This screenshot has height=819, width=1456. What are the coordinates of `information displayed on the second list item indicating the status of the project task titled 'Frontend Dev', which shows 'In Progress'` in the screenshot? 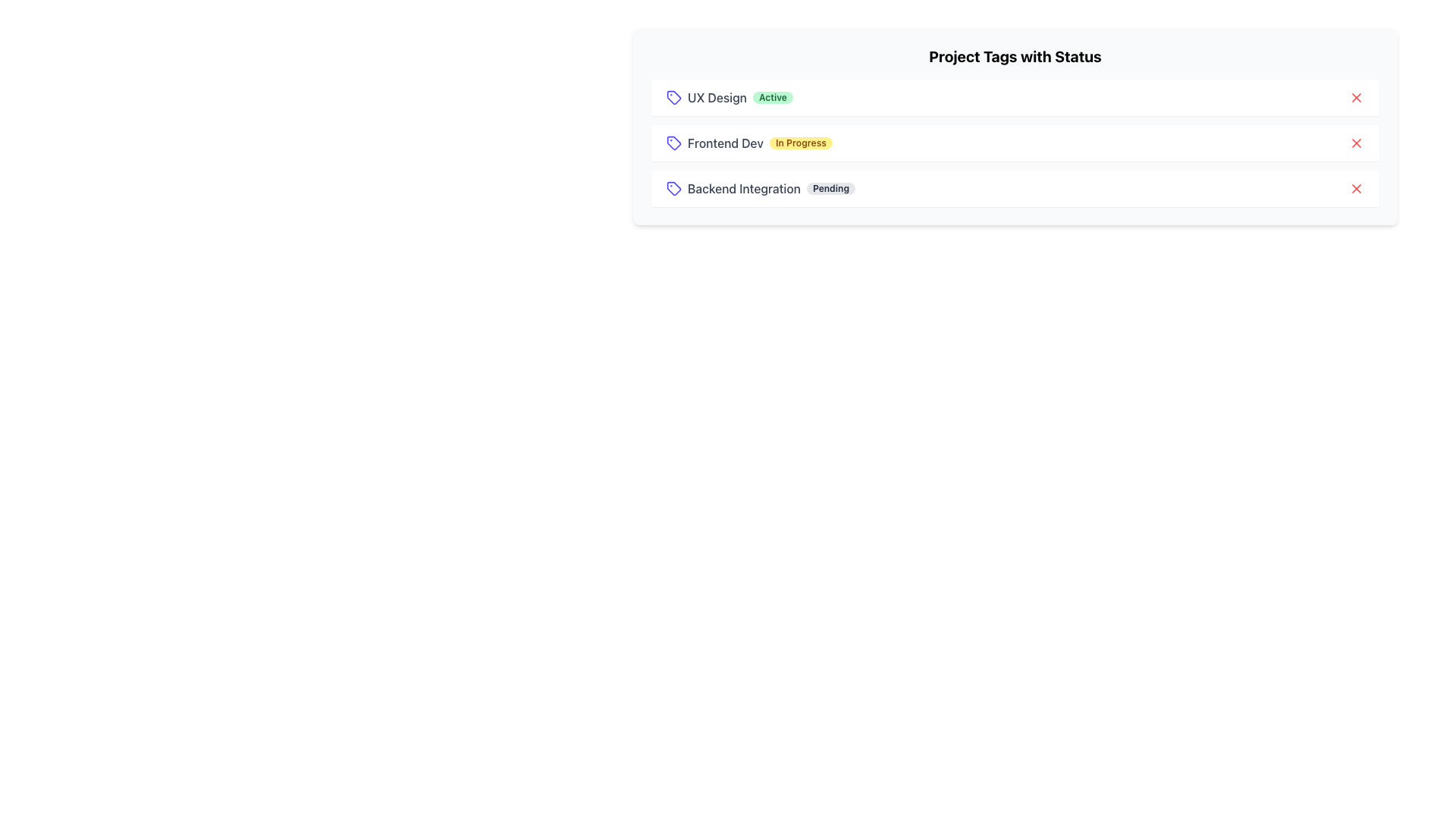 It's located at (749, 143).